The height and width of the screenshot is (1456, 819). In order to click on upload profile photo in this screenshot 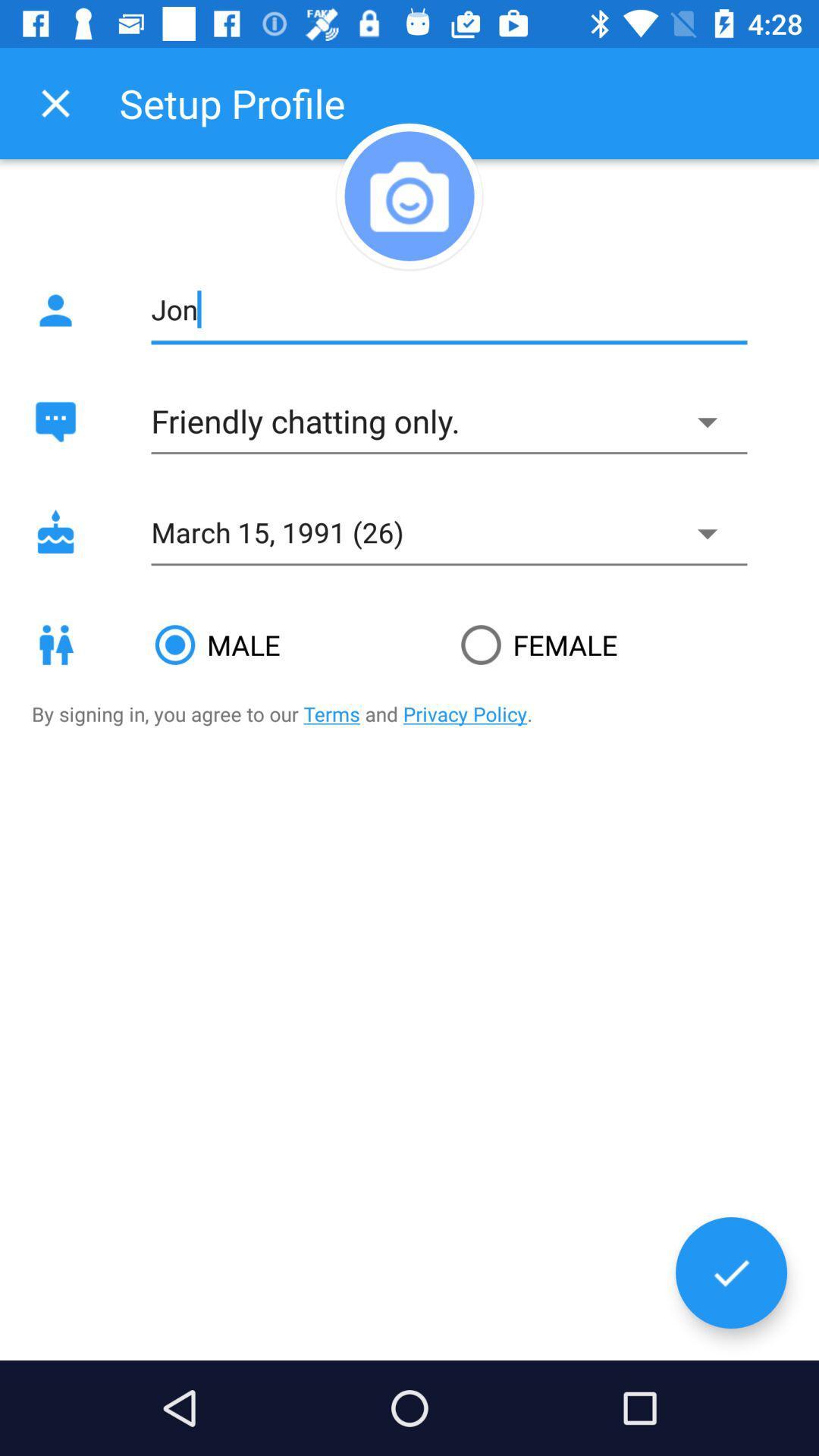, I will do `click(409, 195)`.